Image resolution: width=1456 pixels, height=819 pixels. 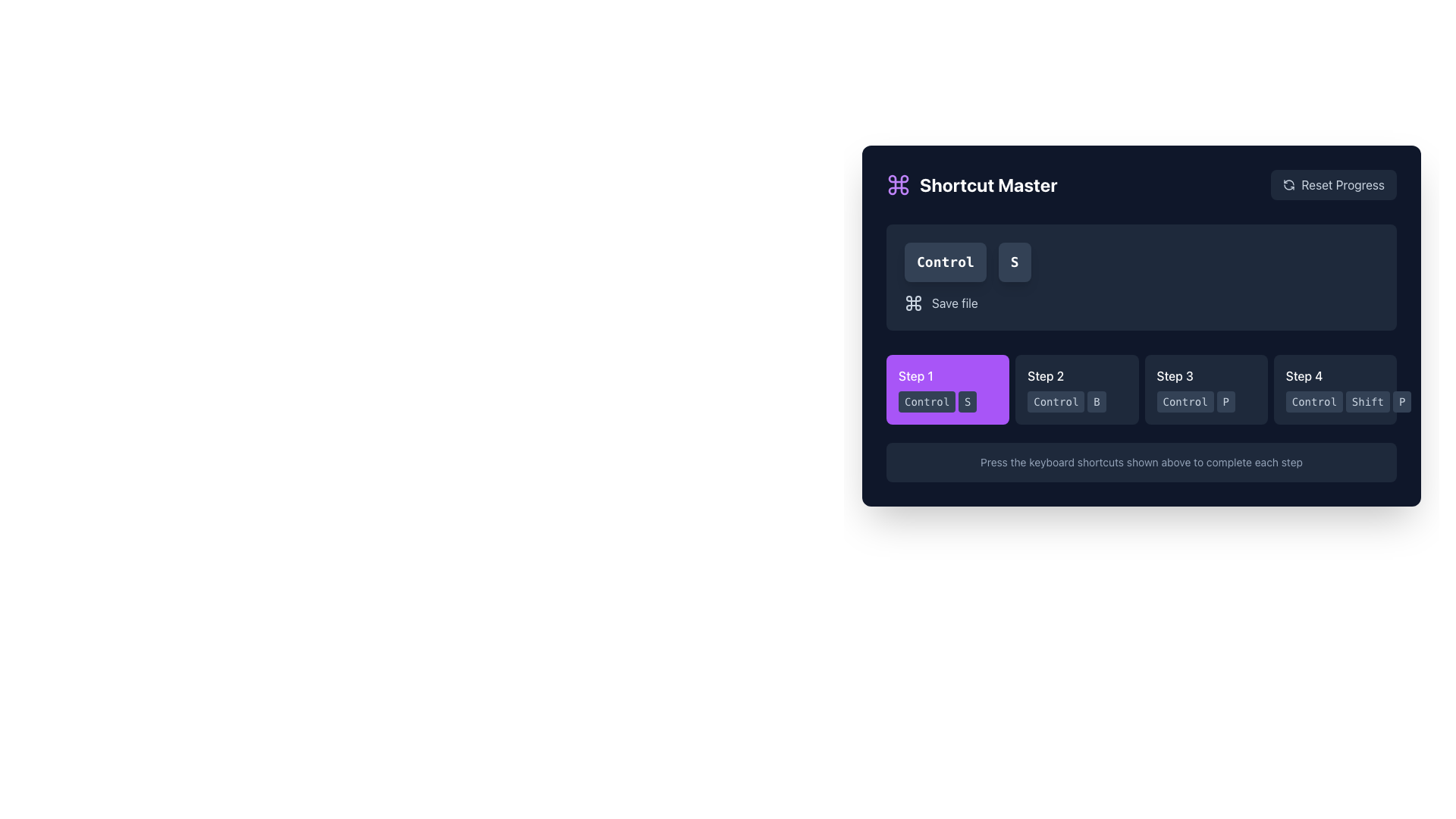 What do you see at coordinates (1335, 400) in the screenshot?
I see `the 'Control' button` at bounding box center [1335, 400].